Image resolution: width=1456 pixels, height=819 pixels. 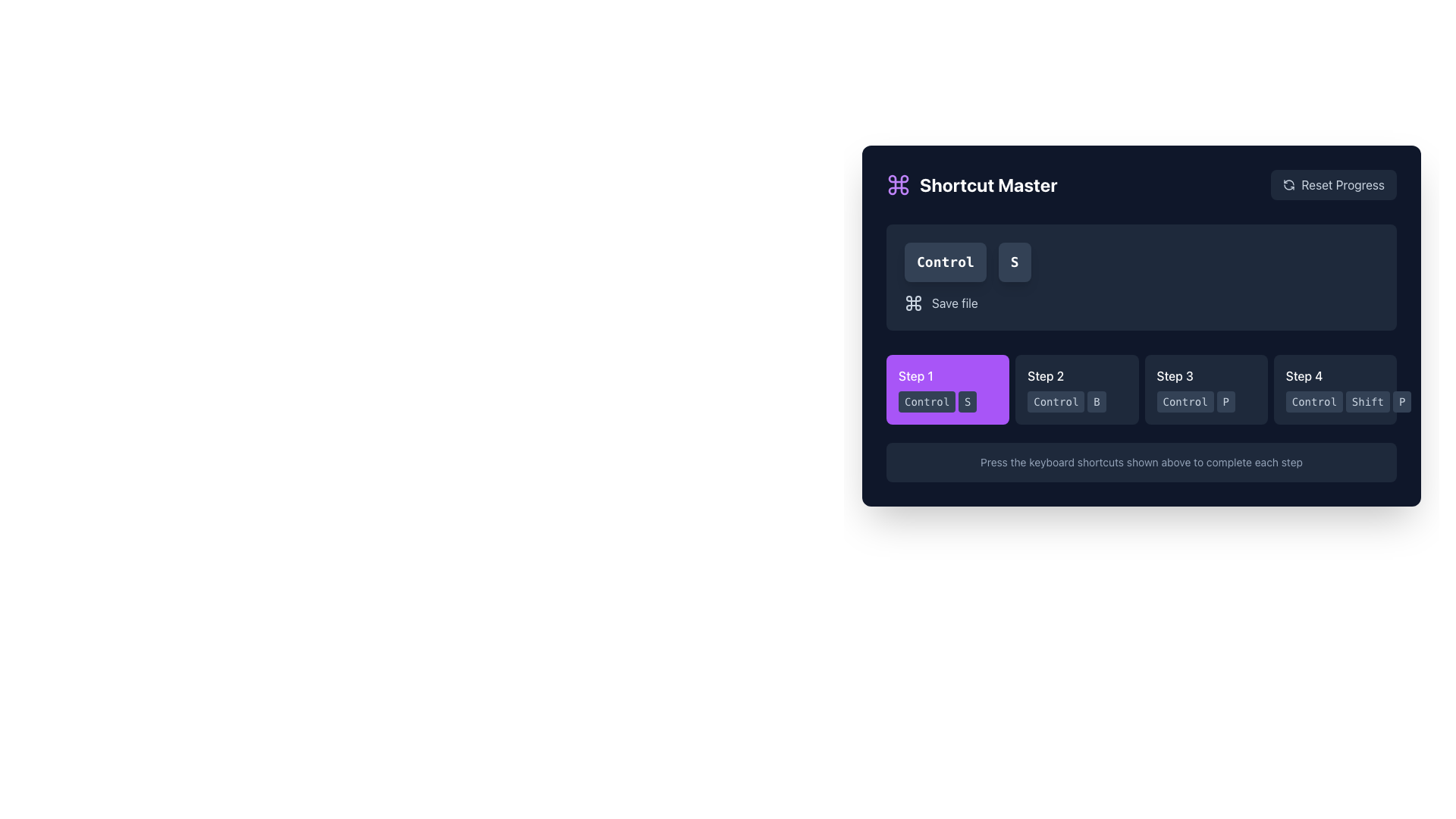 What do you see at coordinates (1335, 400) in the screenshot?
I see `the 'Control' button` at bounding box center [1335, 400].